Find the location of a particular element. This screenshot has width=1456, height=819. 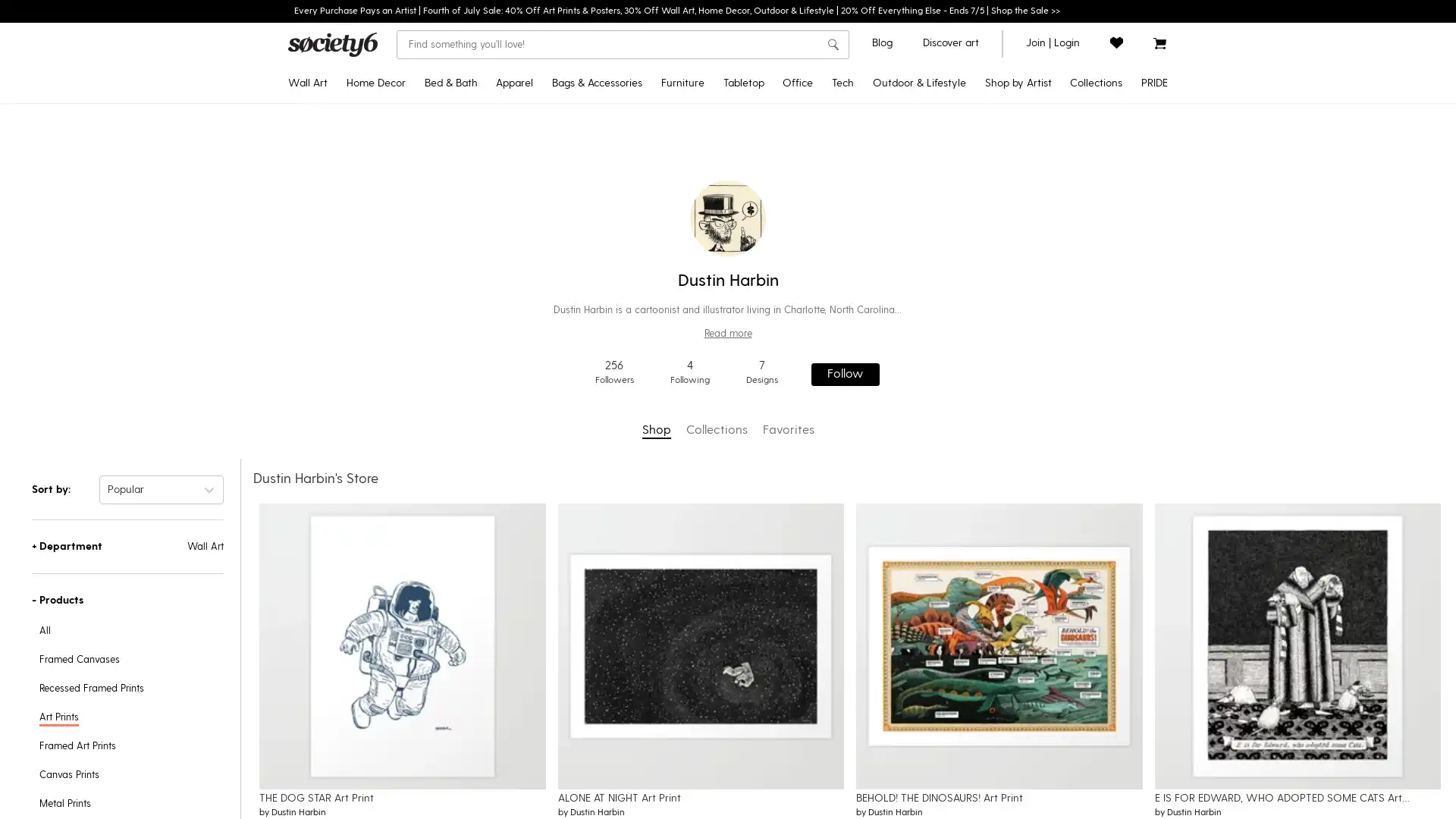

Sun Shades is located at coordinates (939, 463).